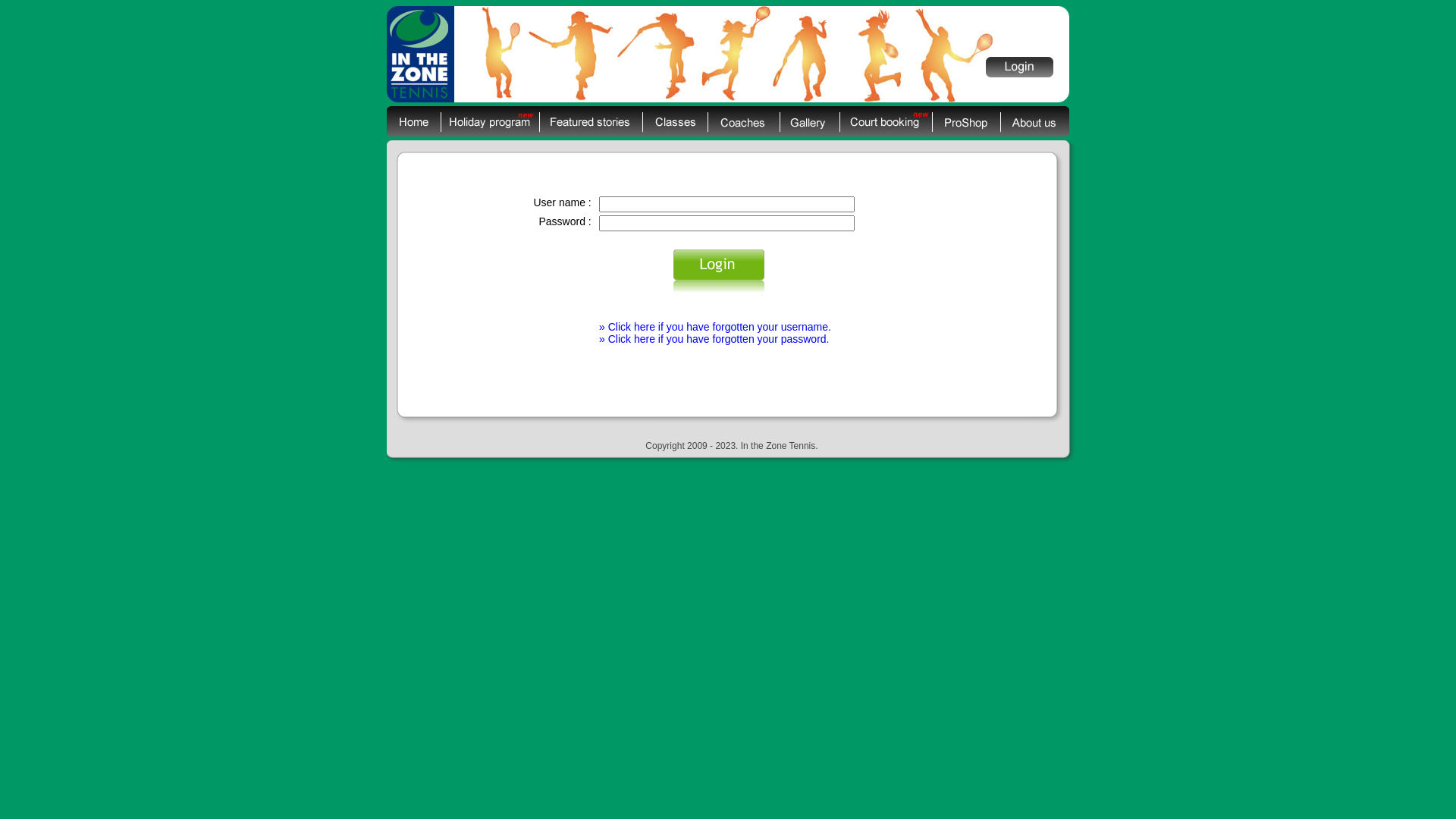  What do you see at coordinates (642, 120) in the screenshot?
I see `'Classes'` at bounding box center [642, 120].